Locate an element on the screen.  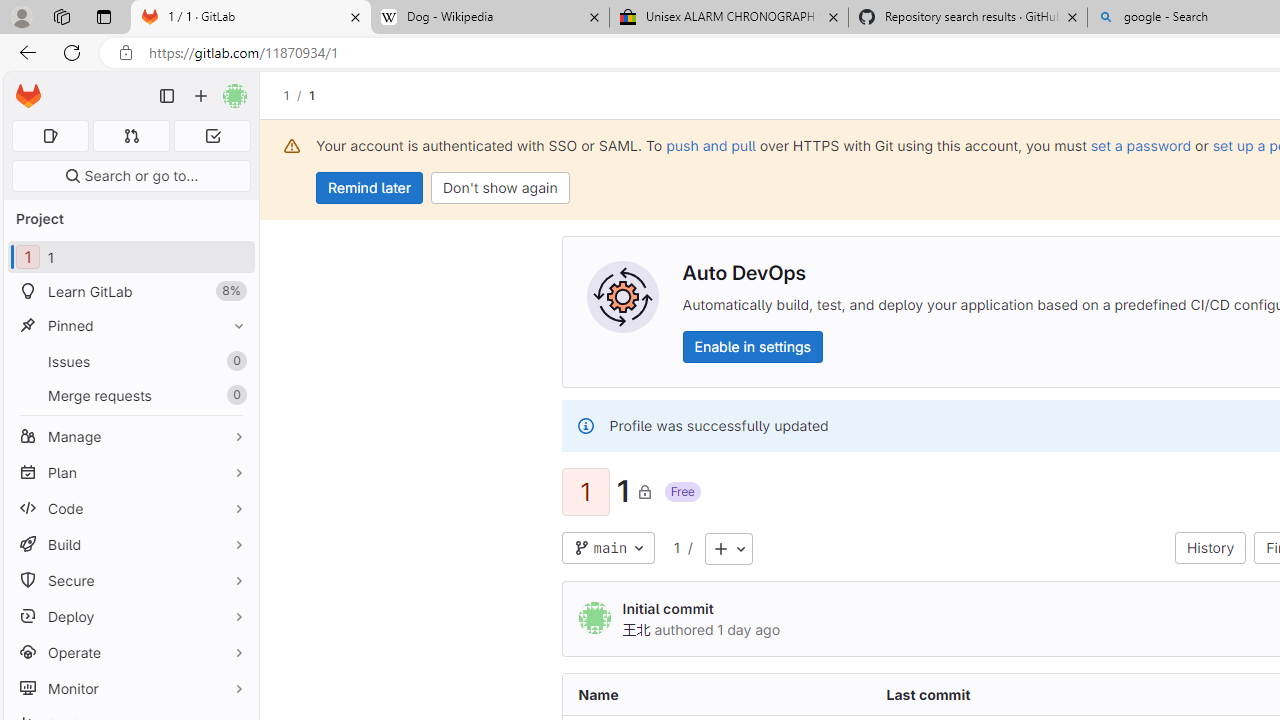
'Unpin Merge requests' is located at coordinates (234, 395).